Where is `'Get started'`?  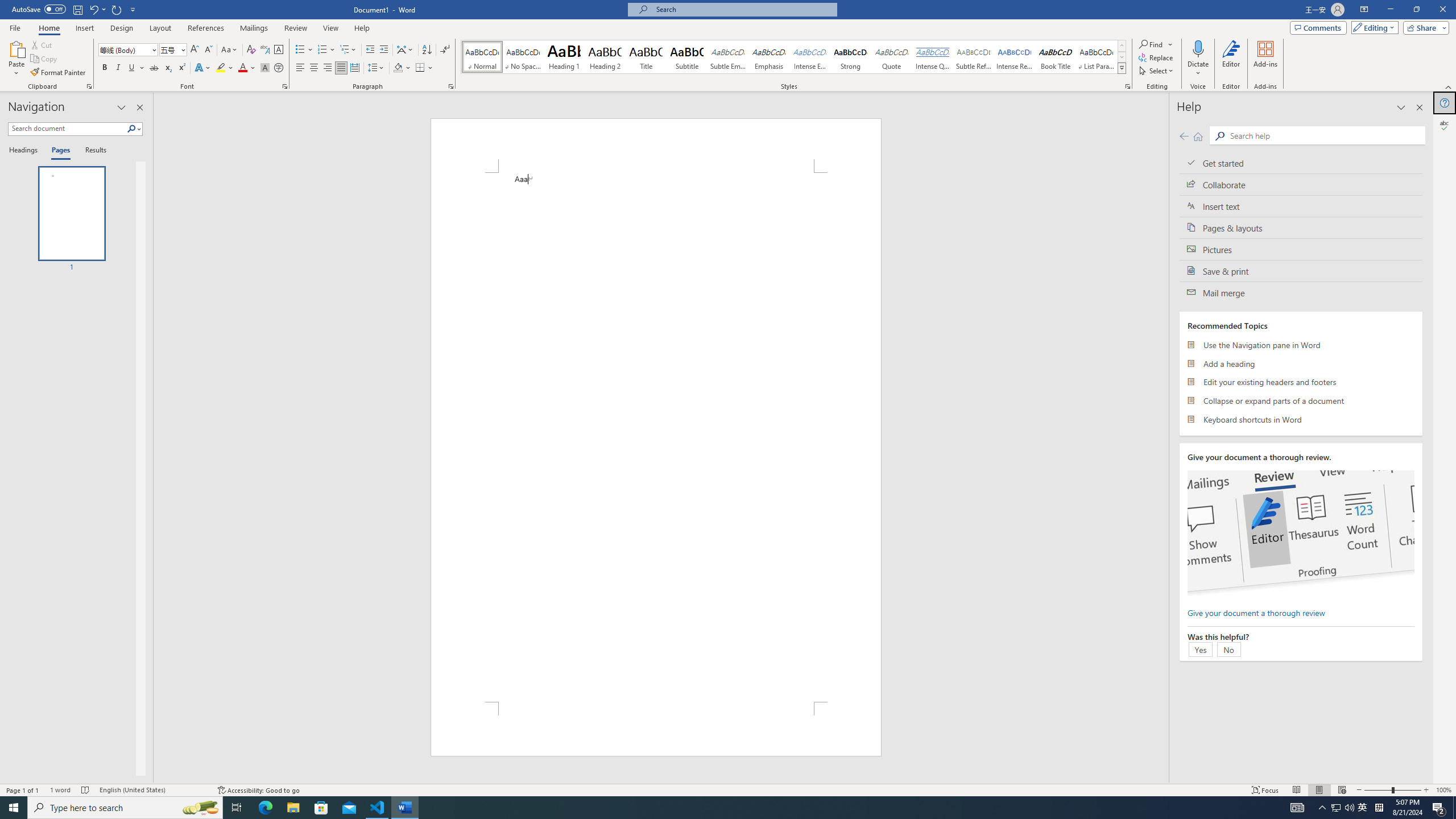
'Get started' is located at coordinates (1300, 163).